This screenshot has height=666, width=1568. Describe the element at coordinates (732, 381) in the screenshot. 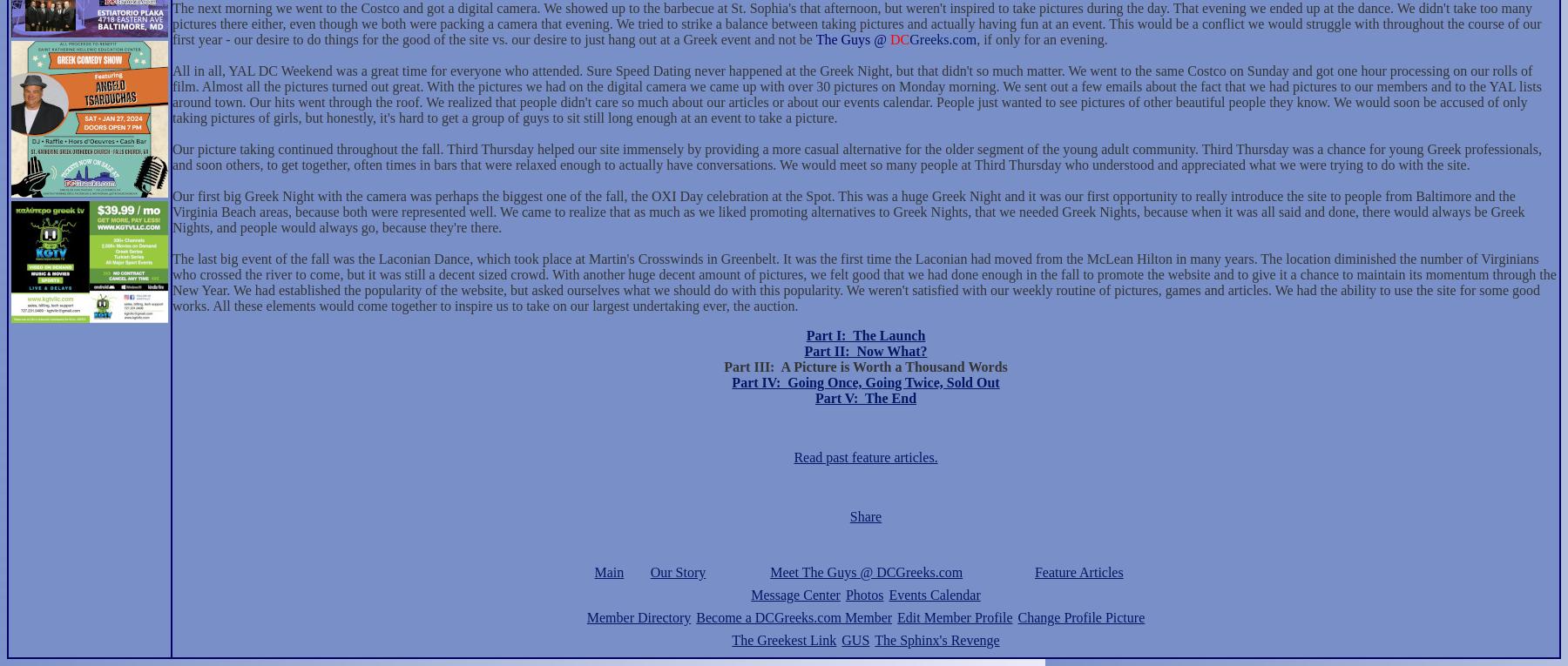

I see `'Part IV:'` at that location.